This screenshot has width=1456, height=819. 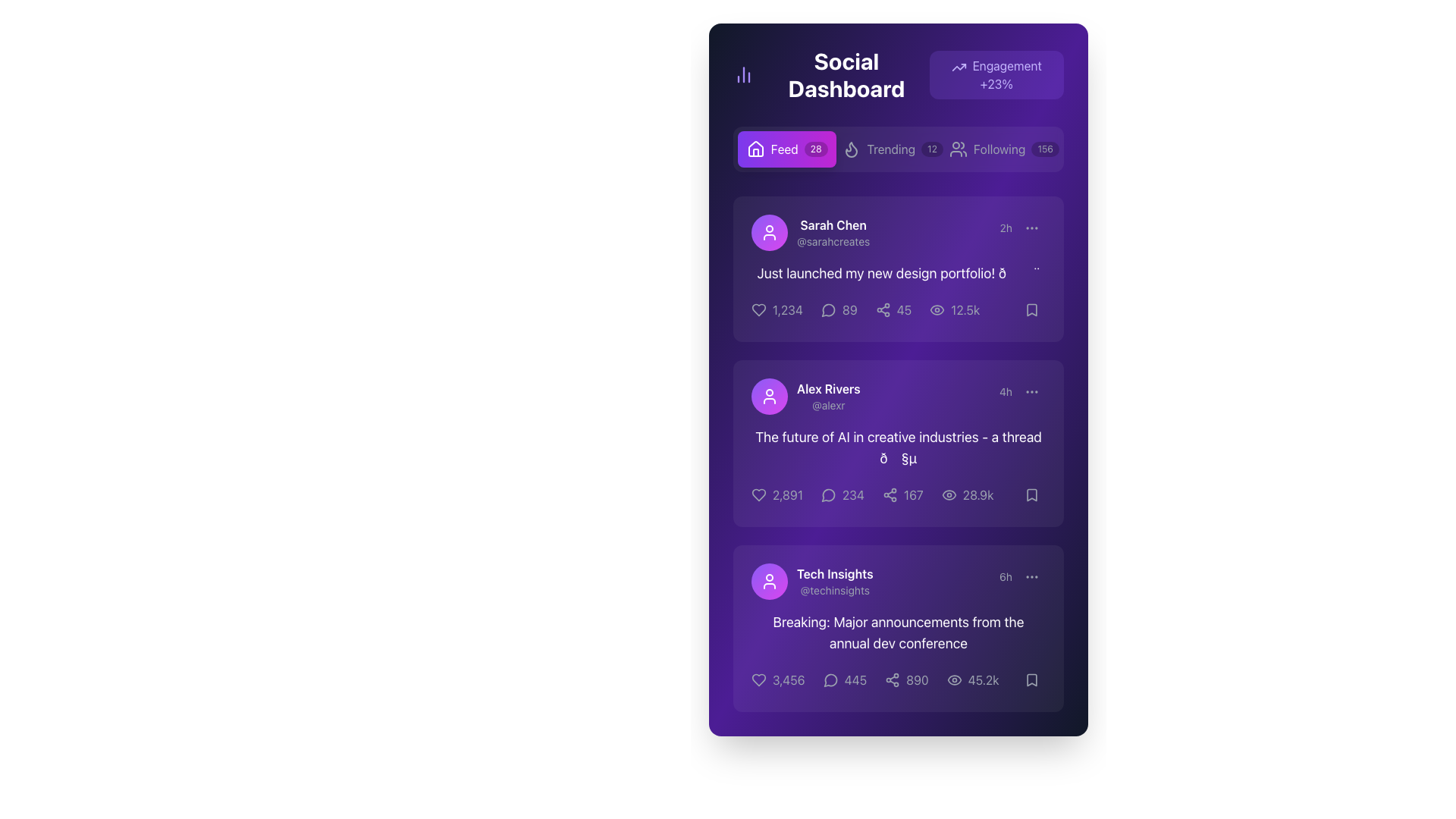 I want to click on the chat bubble icon, which features a hollow design and rounded speech tail, to initiate a comment, so click(x=827, y=309).